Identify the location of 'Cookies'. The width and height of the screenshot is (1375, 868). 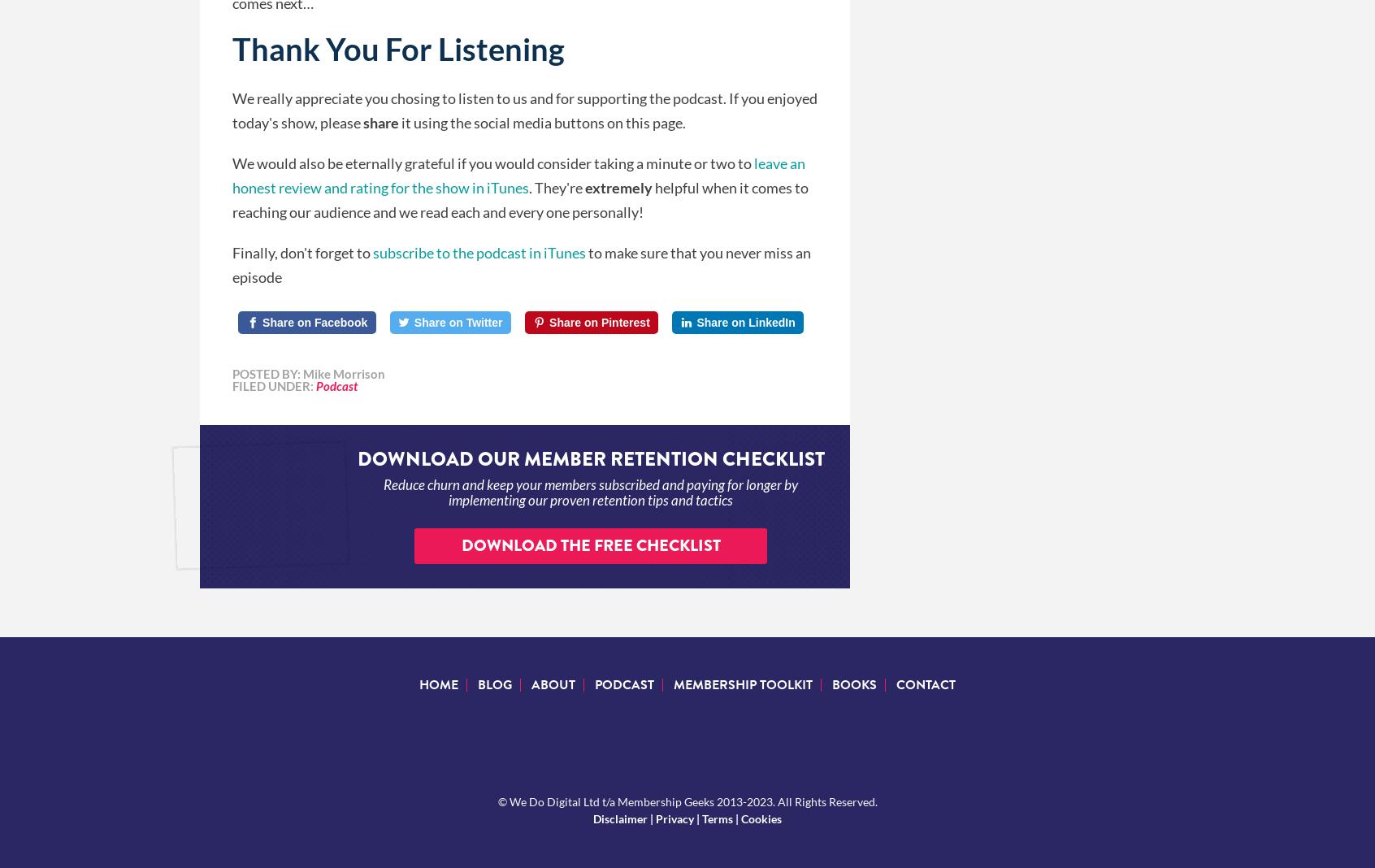
(761, 818).